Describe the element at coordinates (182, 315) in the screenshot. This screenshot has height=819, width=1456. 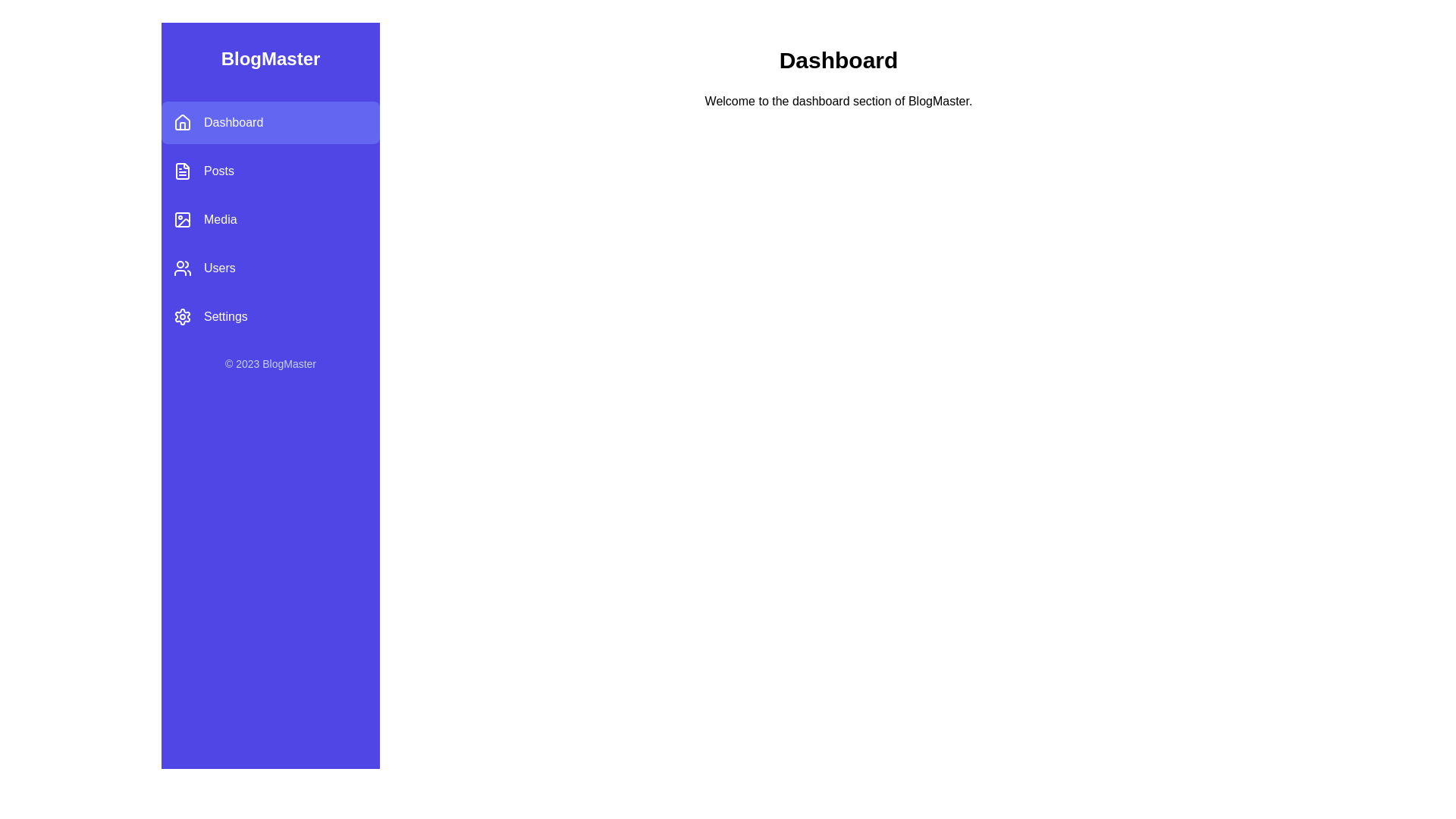
I see `the settings icon located in the left sidebar next to the 'Settings' text` at that location.